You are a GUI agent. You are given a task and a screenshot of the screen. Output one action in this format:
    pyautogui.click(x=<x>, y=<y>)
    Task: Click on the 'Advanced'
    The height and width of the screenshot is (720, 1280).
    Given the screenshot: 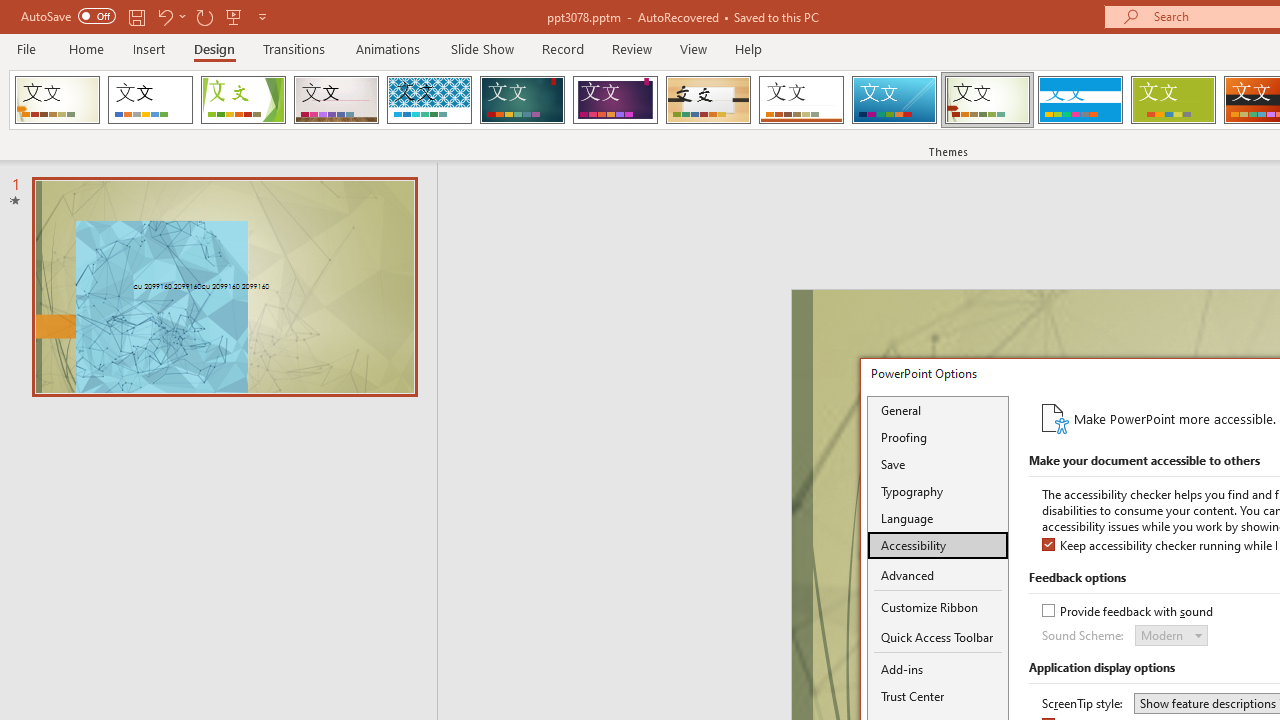 What is the action you would take?
    pyautogui.click(x=937, y=576)
    